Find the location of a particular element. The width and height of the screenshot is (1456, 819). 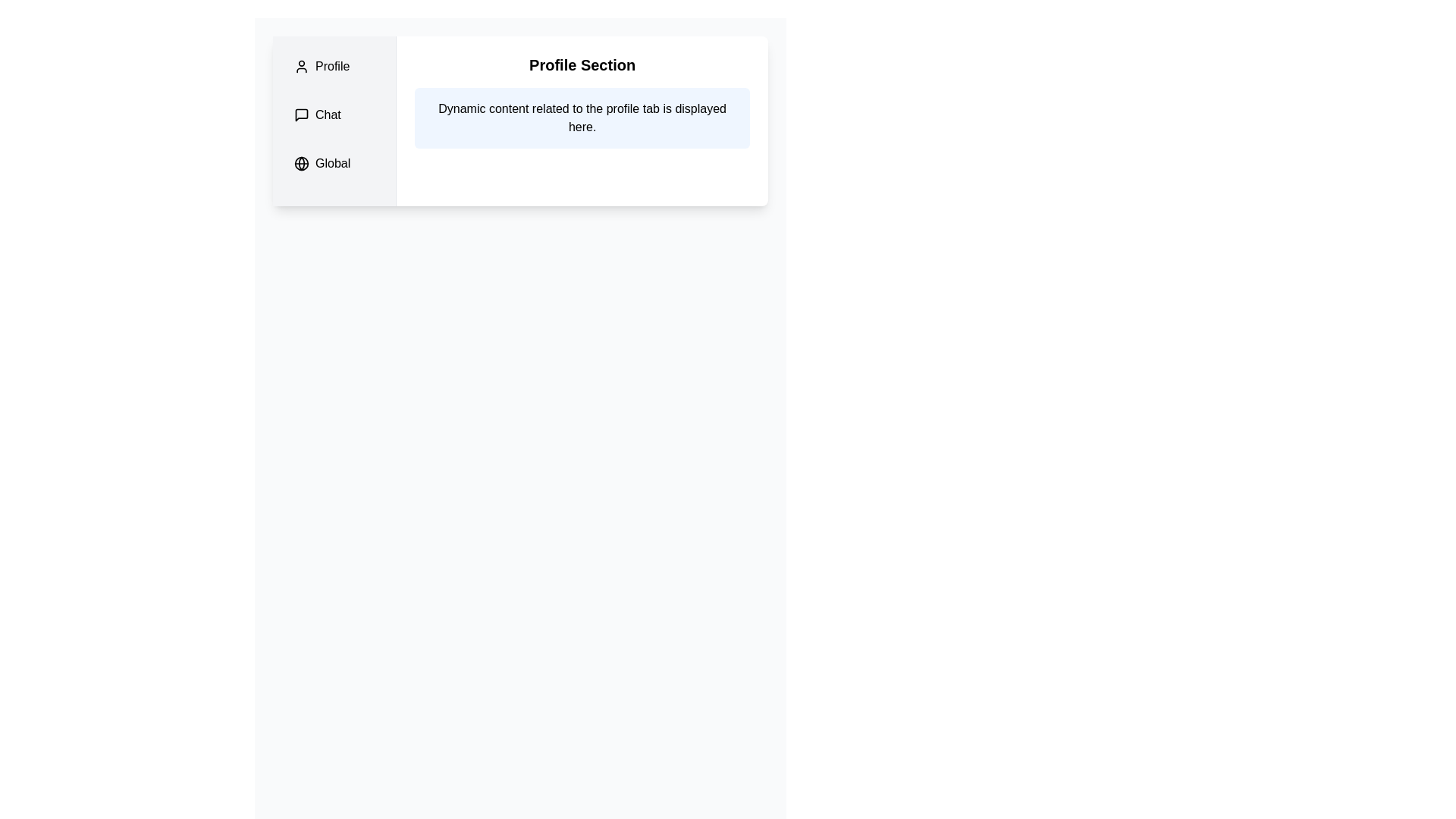

the user profile indicator icon located in the 'Profile' tab of the vertical navigation menu, positioned to the left of the 'Profile' label text is located at coordinates (302, 66).